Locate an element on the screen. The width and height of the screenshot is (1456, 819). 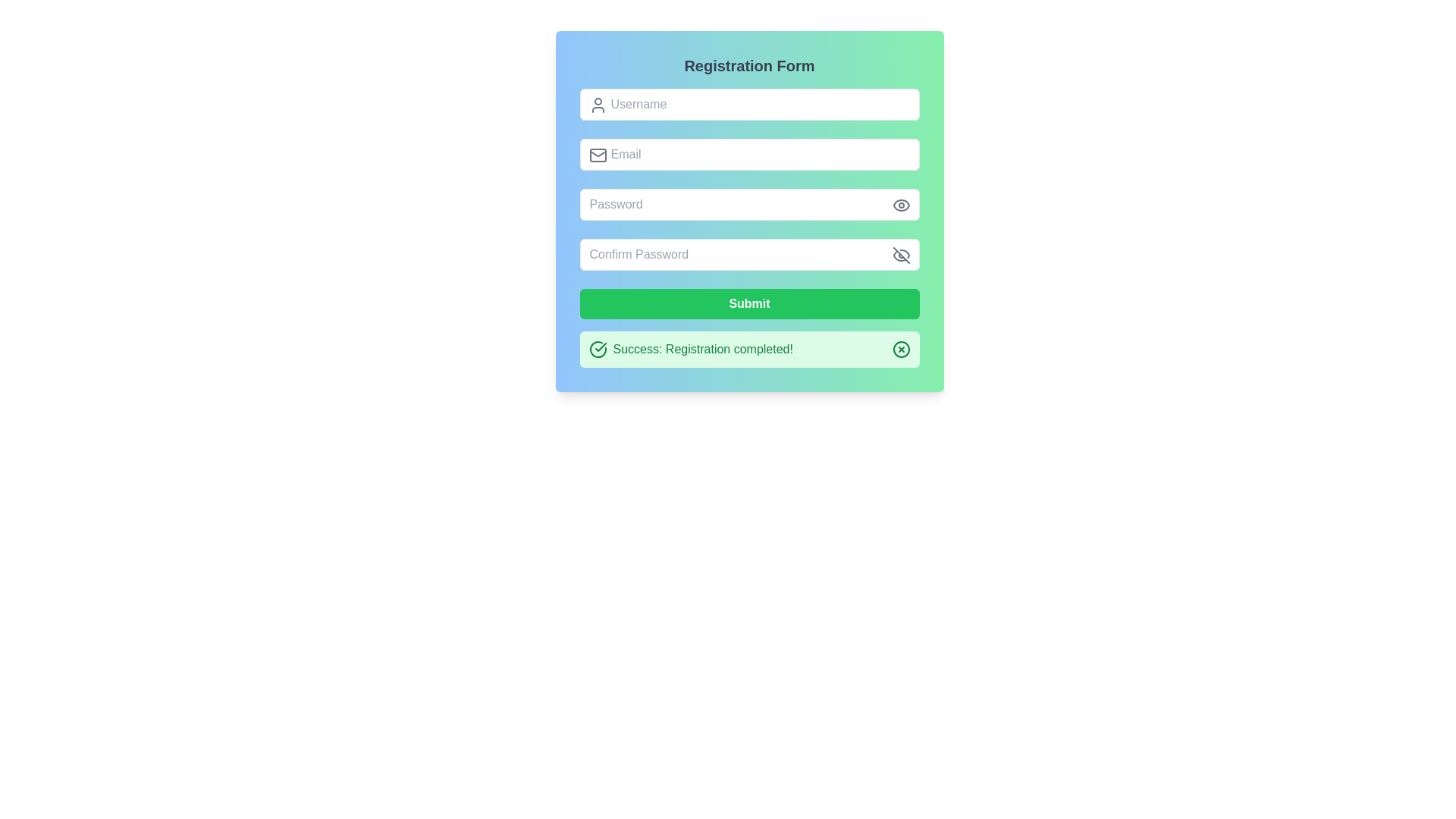
the eye icon toggle button located on the right side of the password input field is located at coordinates (901, 205).